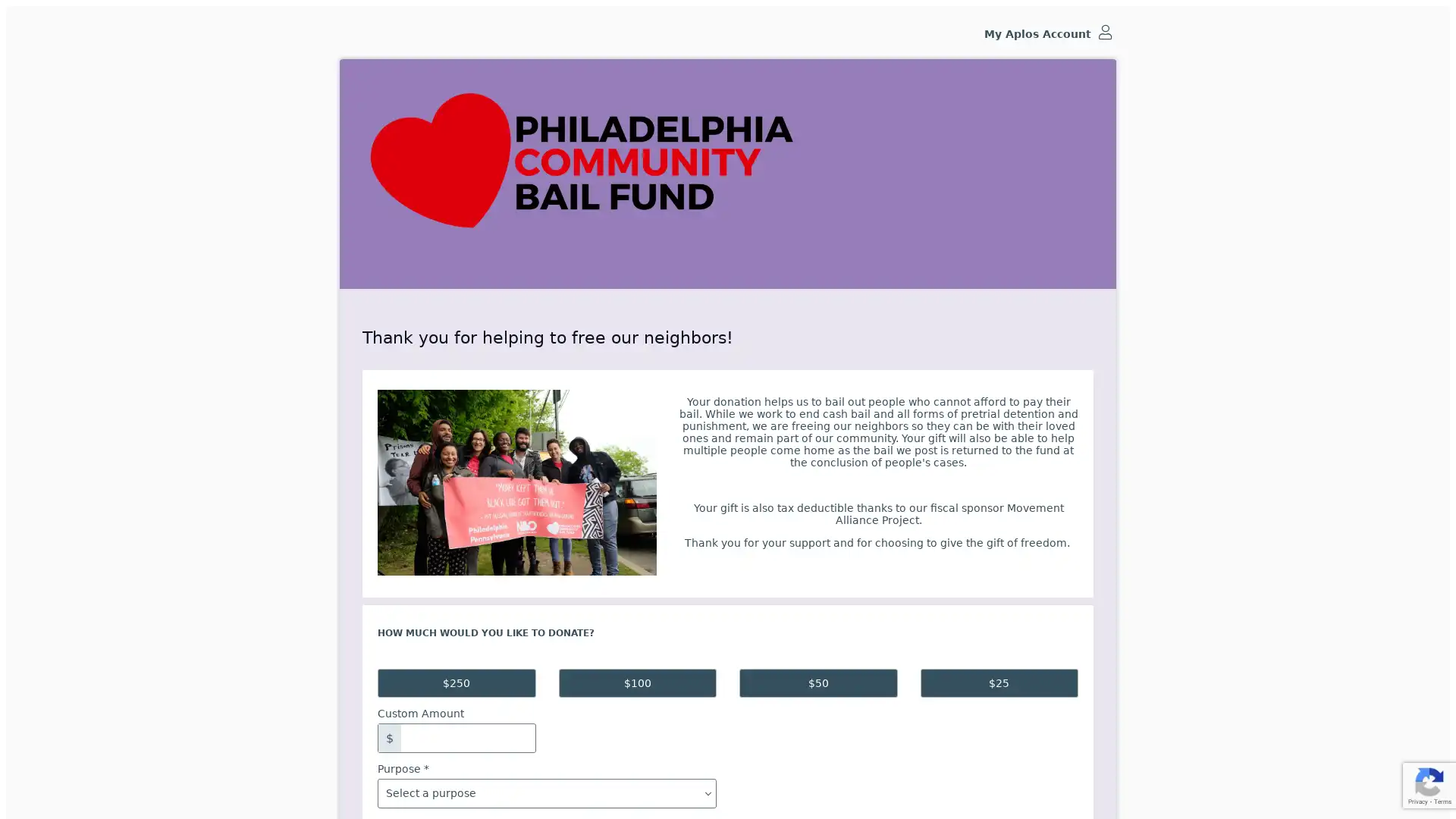 The width and height of the screenshot is (1456, 819). What do you see at coordinates (637, 683) in the screenshot?
I see `$100` at bounding box center [637, 683].